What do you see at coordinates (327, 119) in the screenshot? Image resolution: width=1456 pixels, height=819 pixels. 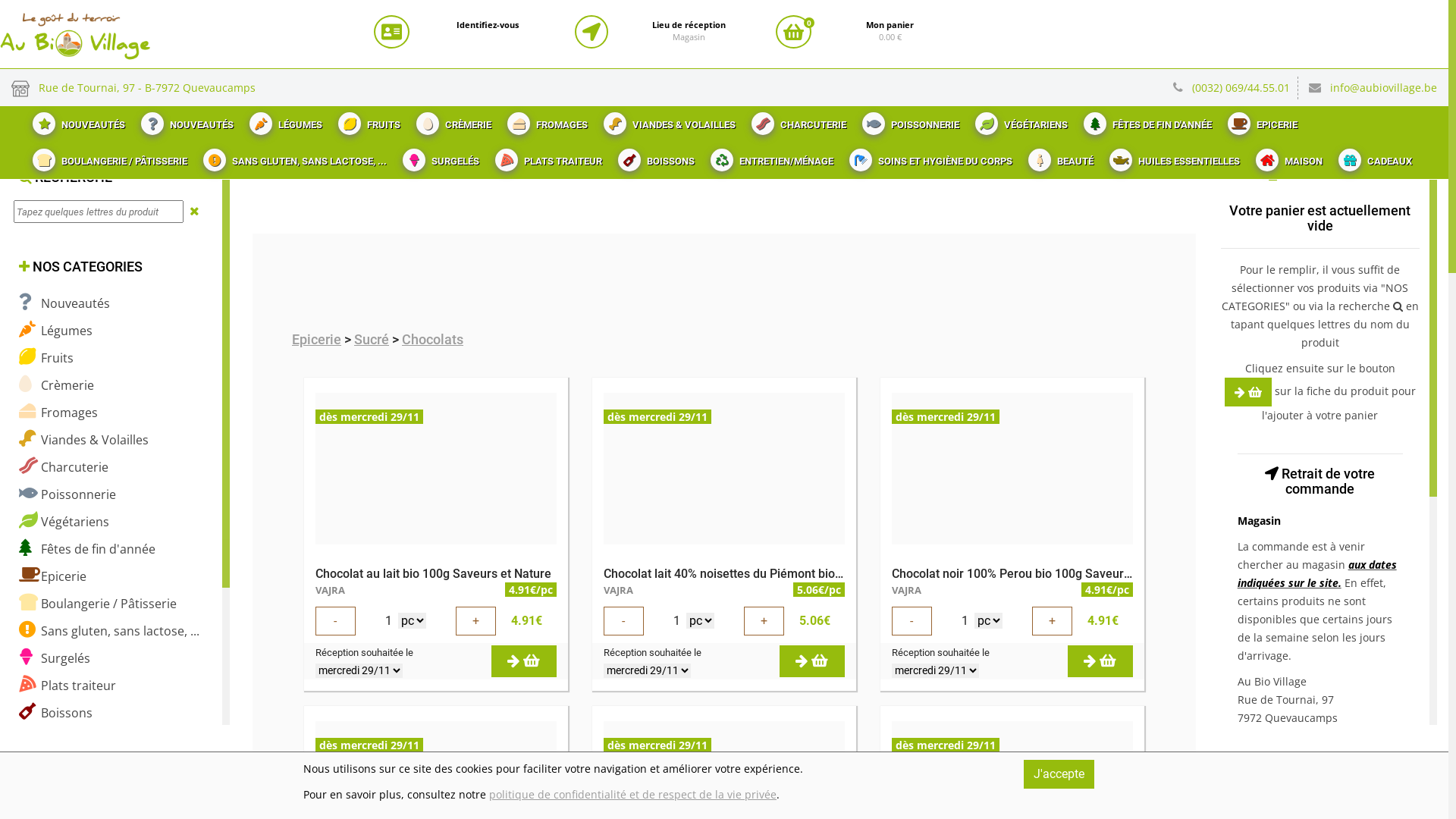 I see `'FRUITS'` at bounding box center [327, 119].